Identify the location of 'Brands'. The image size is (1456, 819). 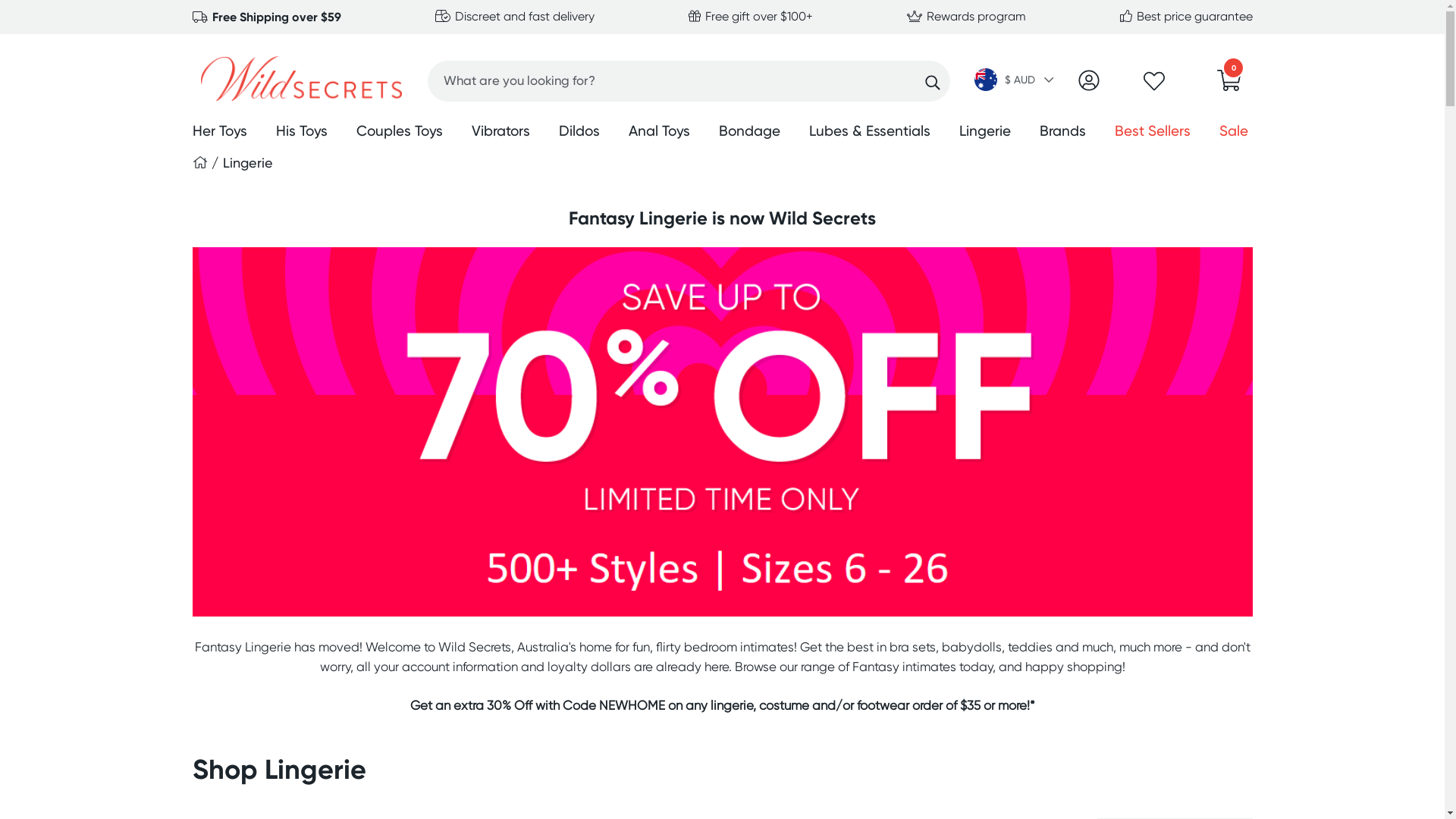
(1061, 131).